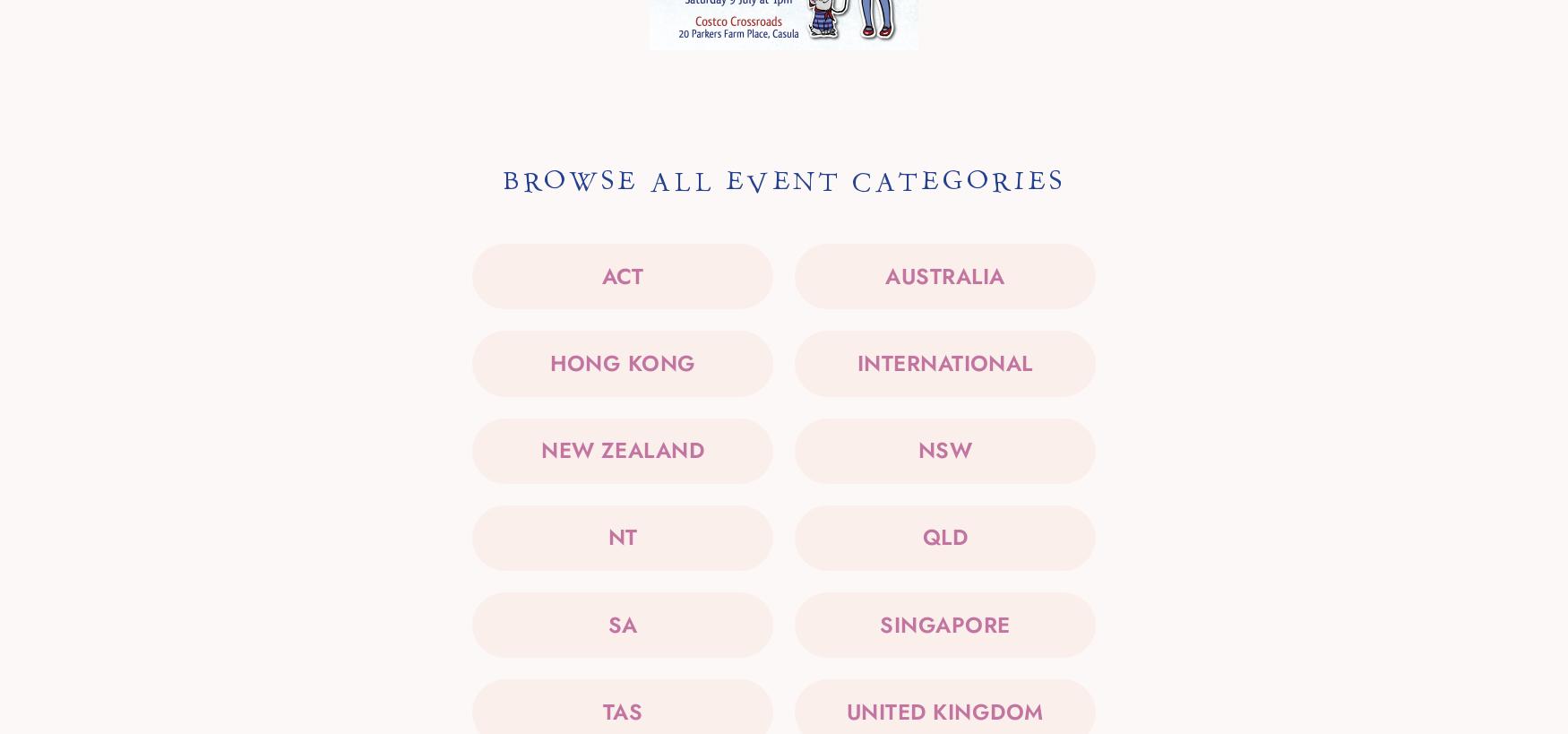 This screenshot has height=734, width=1568. Describe the element at coordinates (622, 361) in the screenshot. I see `'Hong Kong'` at that location.